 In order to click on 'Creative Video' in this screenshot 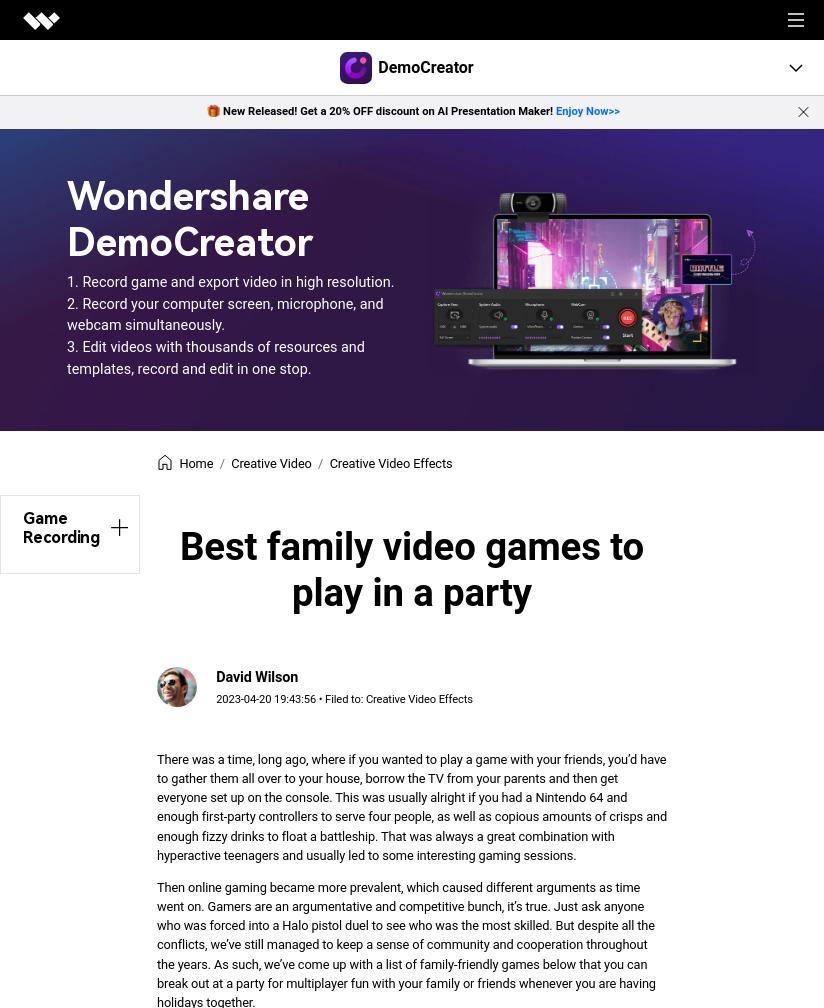, I will do `click(271, 462)`.